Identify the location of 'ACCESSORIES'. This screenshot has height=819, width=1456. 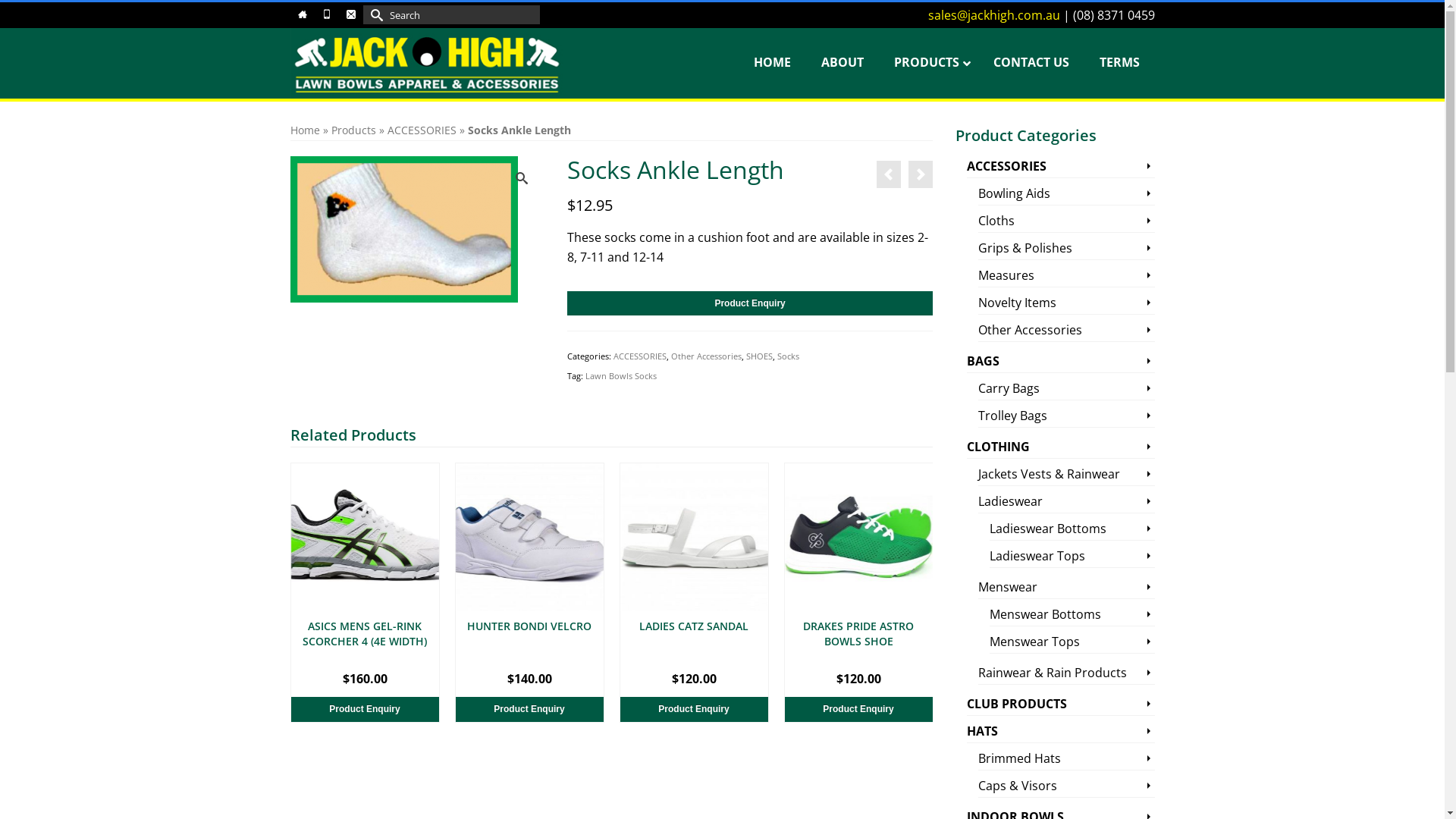
(640, 356).